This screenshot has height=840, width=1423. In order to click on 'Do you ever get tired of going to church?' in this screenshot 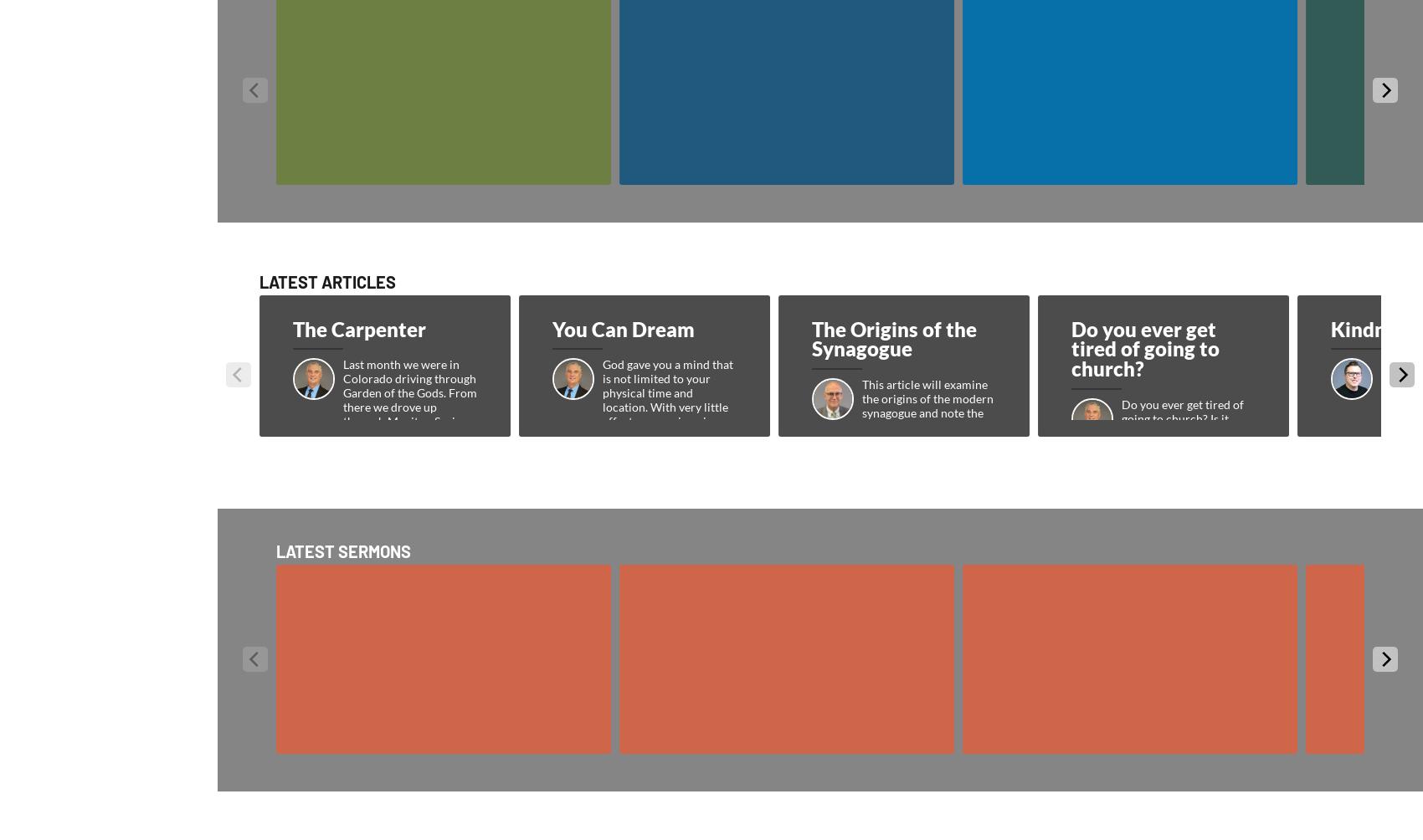, I will do `click(1071, 347)`.